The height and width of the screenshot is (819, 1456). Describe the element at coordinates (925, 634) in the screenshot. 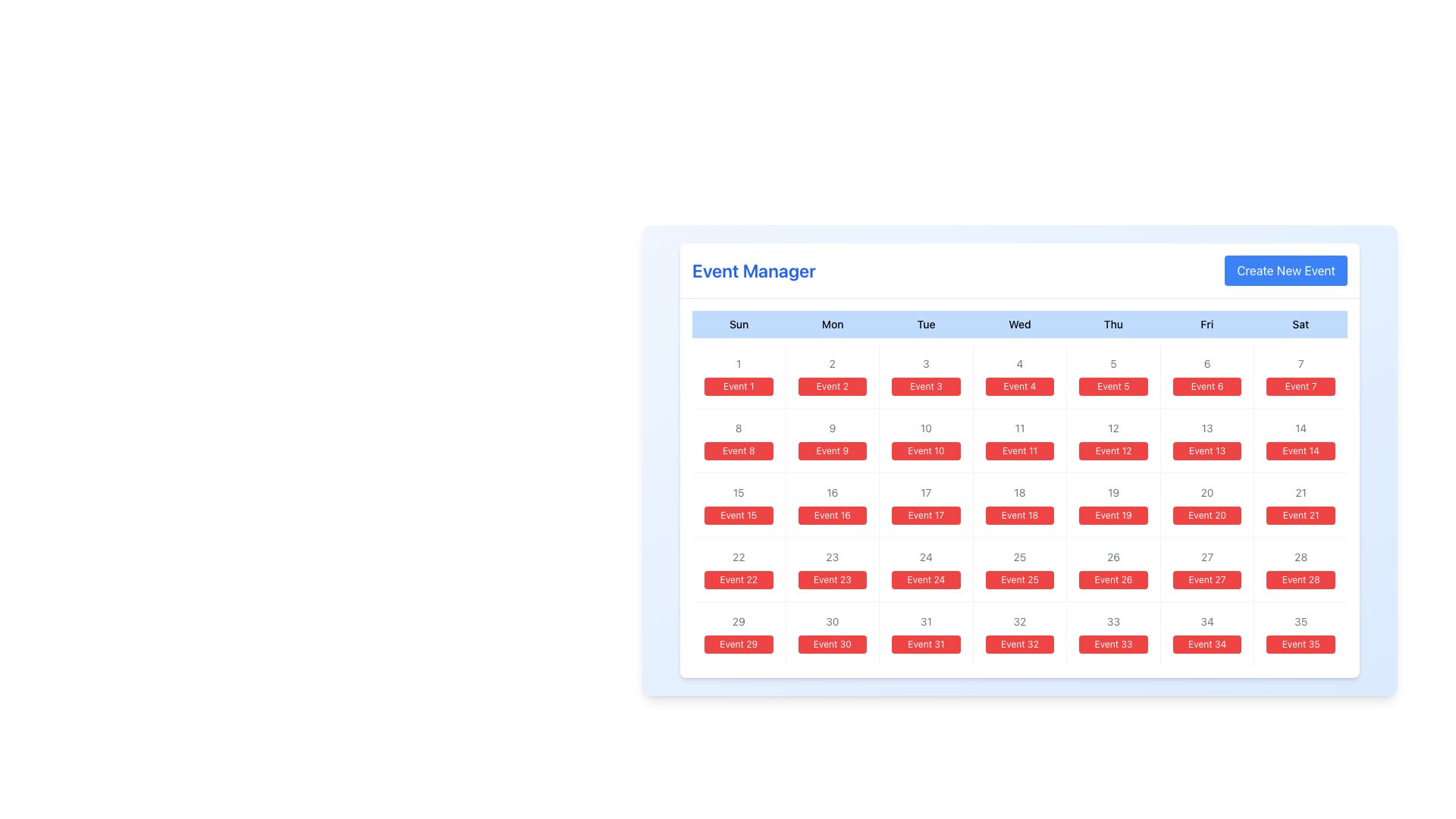

I see `the button labeled 'Event 31' with a white background and red section, located in the bottom row, fifth column under the 'Event Manager' header` at that location.